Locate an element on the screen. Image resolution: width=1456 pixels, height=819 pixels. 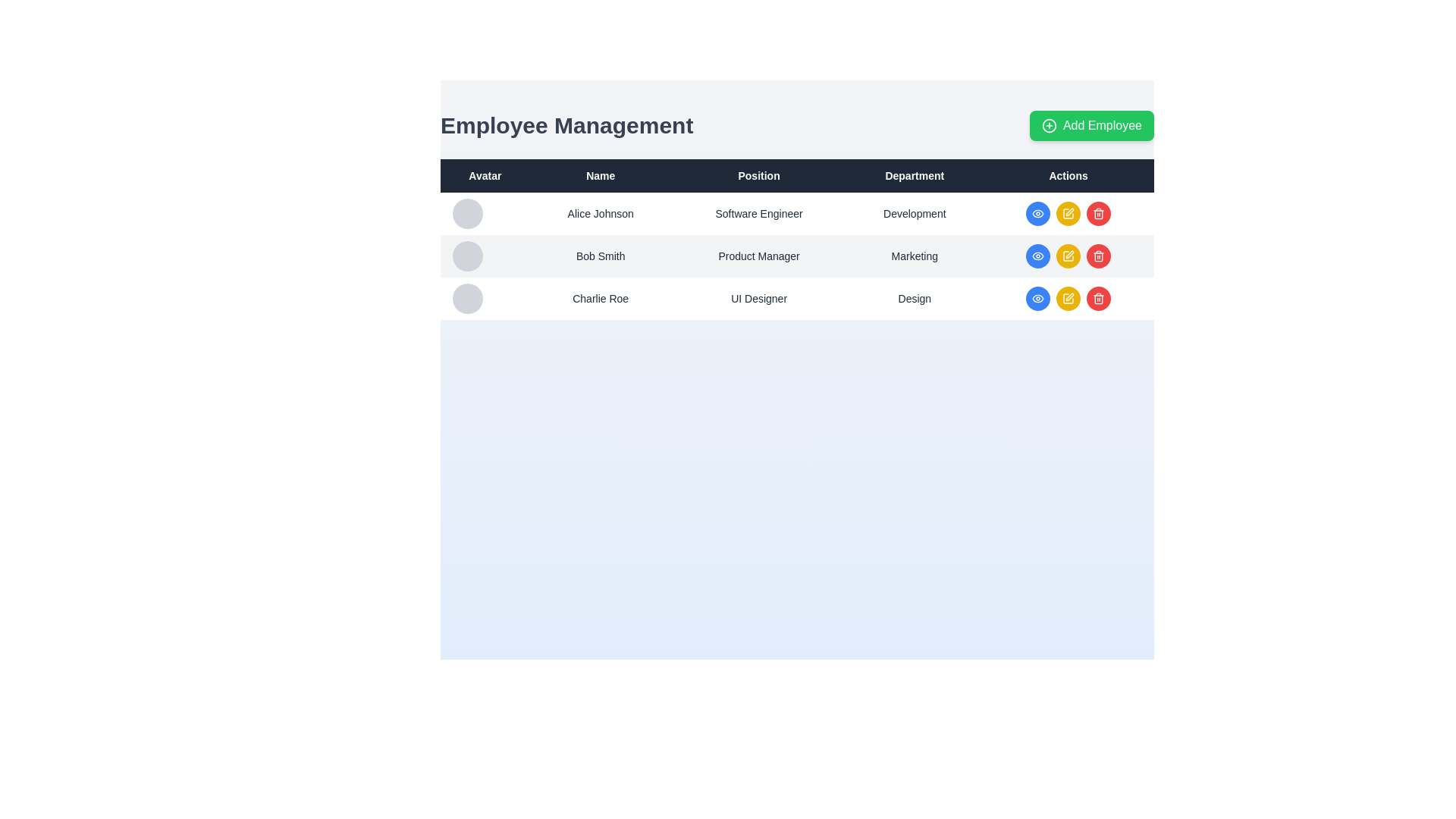
the Icon button located in the 'Actions' column of the second row of the table is located at coordinates (1037, 256).